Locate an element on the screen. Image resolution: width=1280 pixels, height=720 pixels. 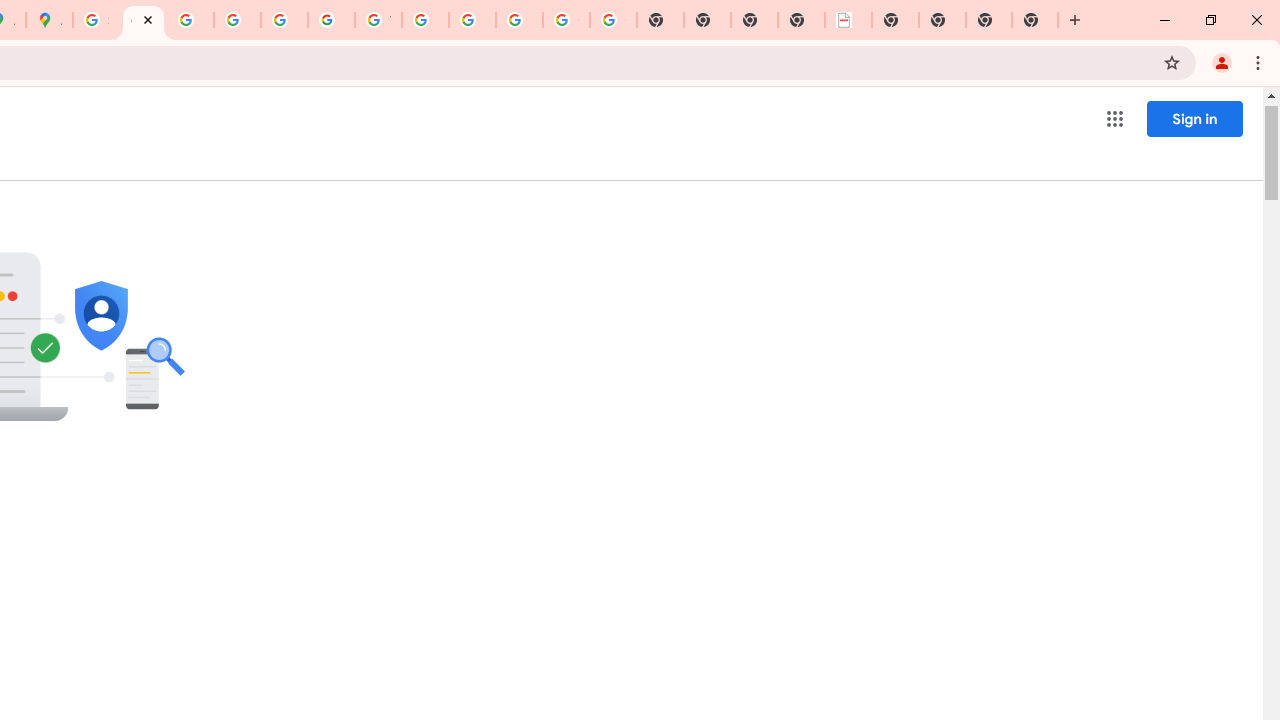
'Privacy Help Center - Policies Help' is located at coordinates (190, 20).